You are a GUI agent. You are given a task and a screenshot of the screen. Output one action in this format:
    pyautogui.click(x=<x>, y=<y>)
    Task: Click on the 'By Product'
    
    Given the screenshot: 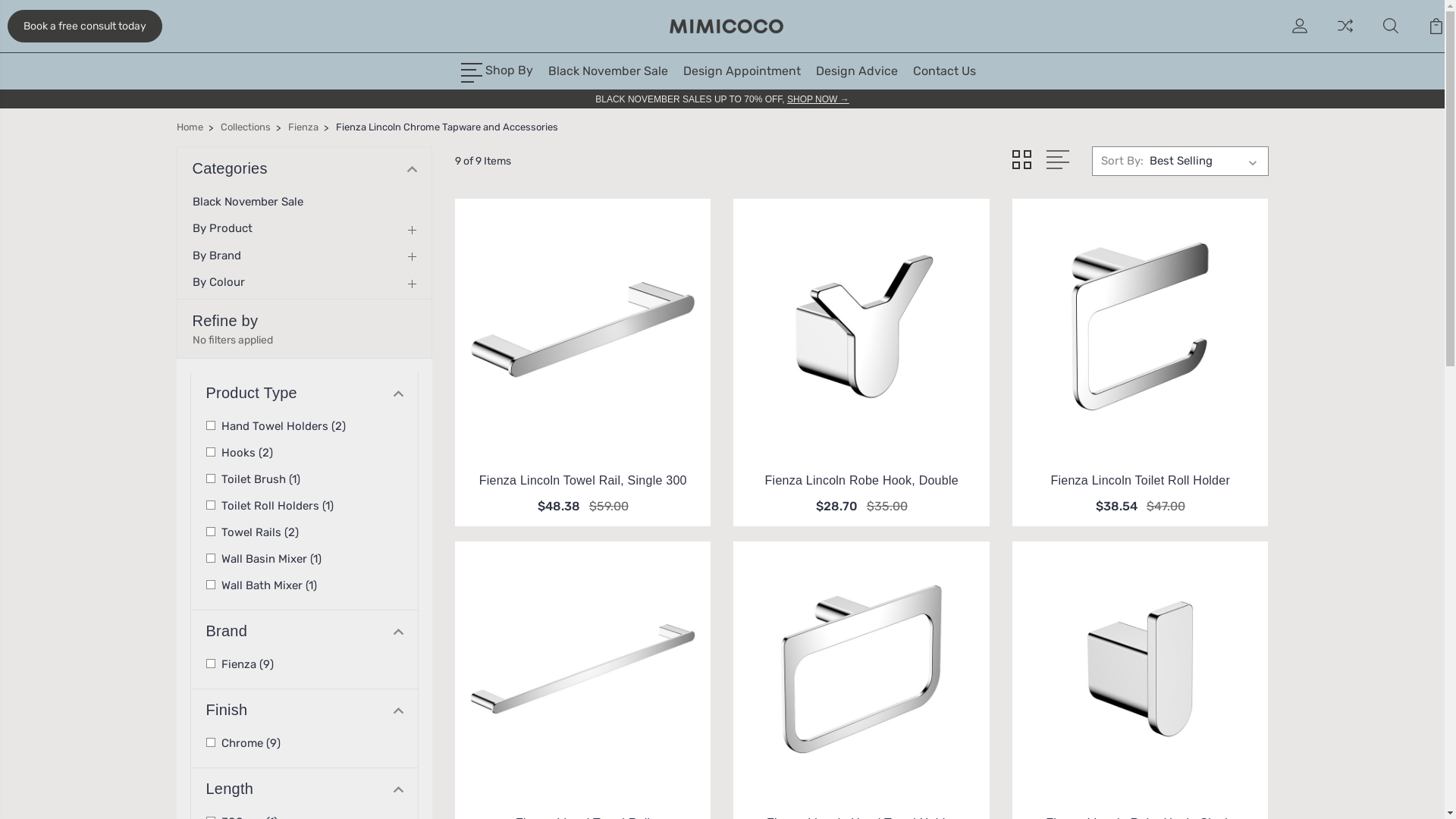 What is the action you would take?
    pyautogui.click(x=192, y=227)
    